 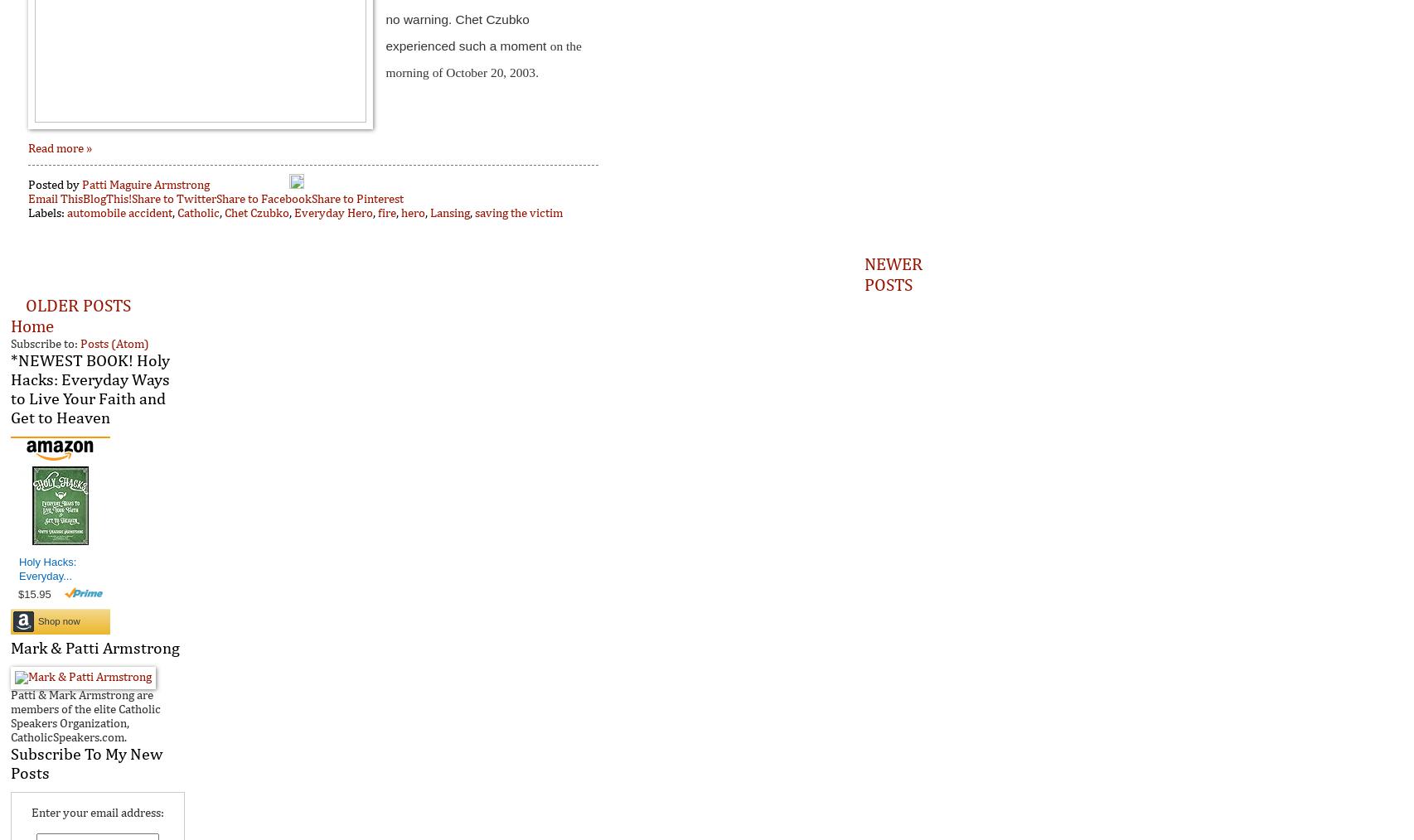 What do you see at coordinates (45, 343) in the screenshot?
I see `'Subscribe to:'` at bounding box center [45, 343].